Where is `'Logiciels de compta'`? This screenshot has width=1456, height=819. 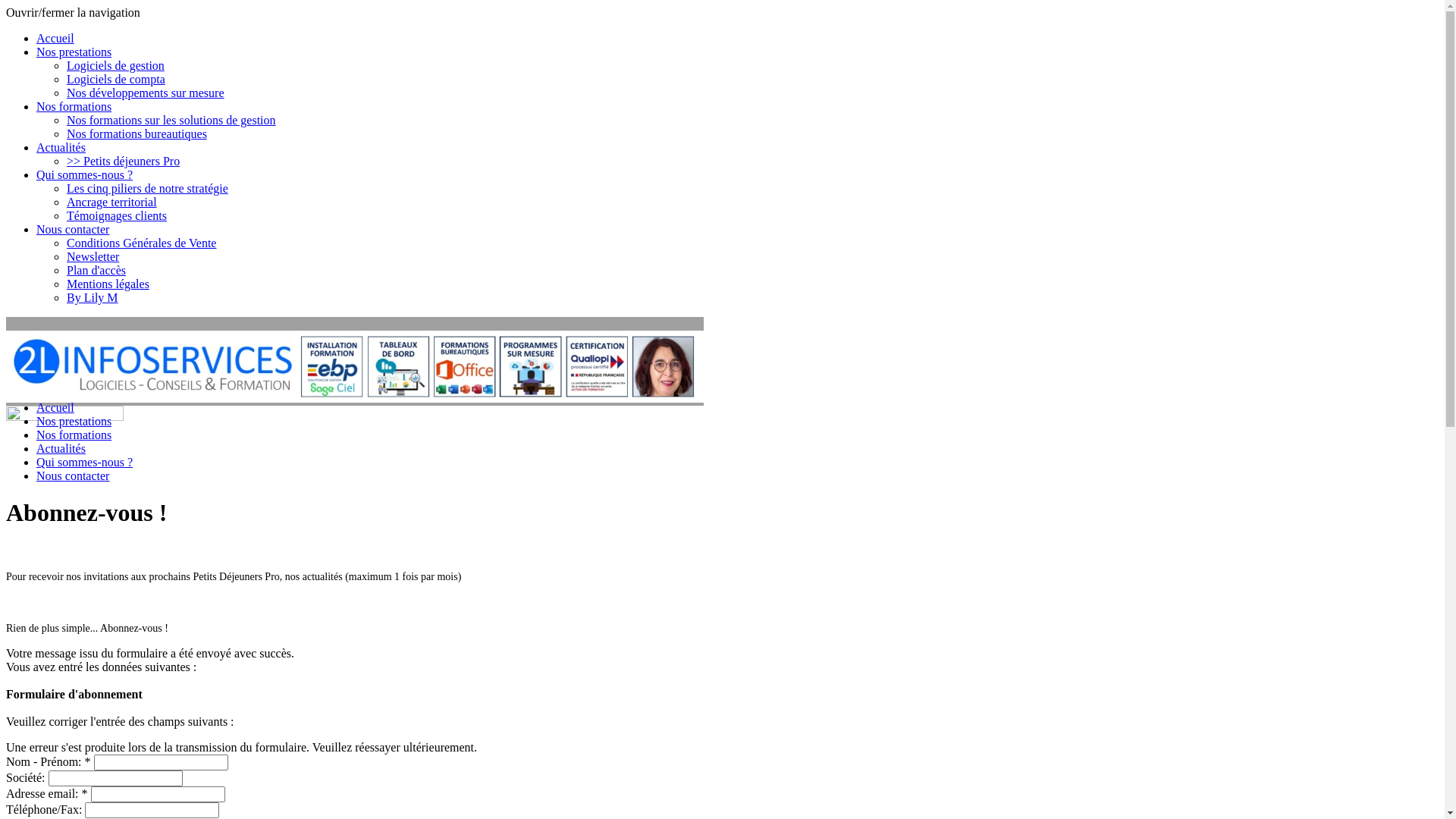 'Logiciels de compta' is located at coordinates (115, 79).